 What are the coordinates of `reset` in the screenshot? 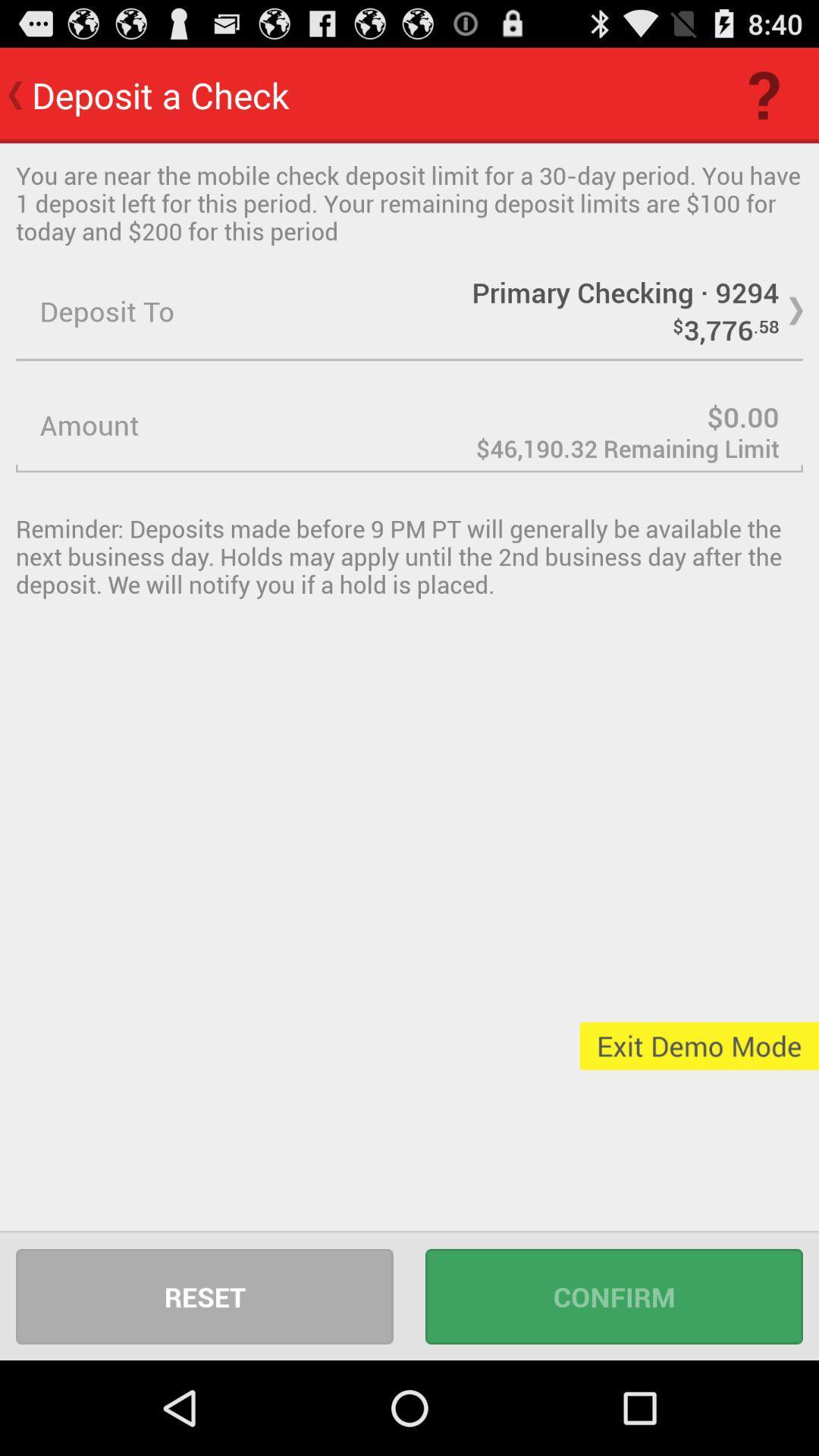 It's located at (205, 1295).